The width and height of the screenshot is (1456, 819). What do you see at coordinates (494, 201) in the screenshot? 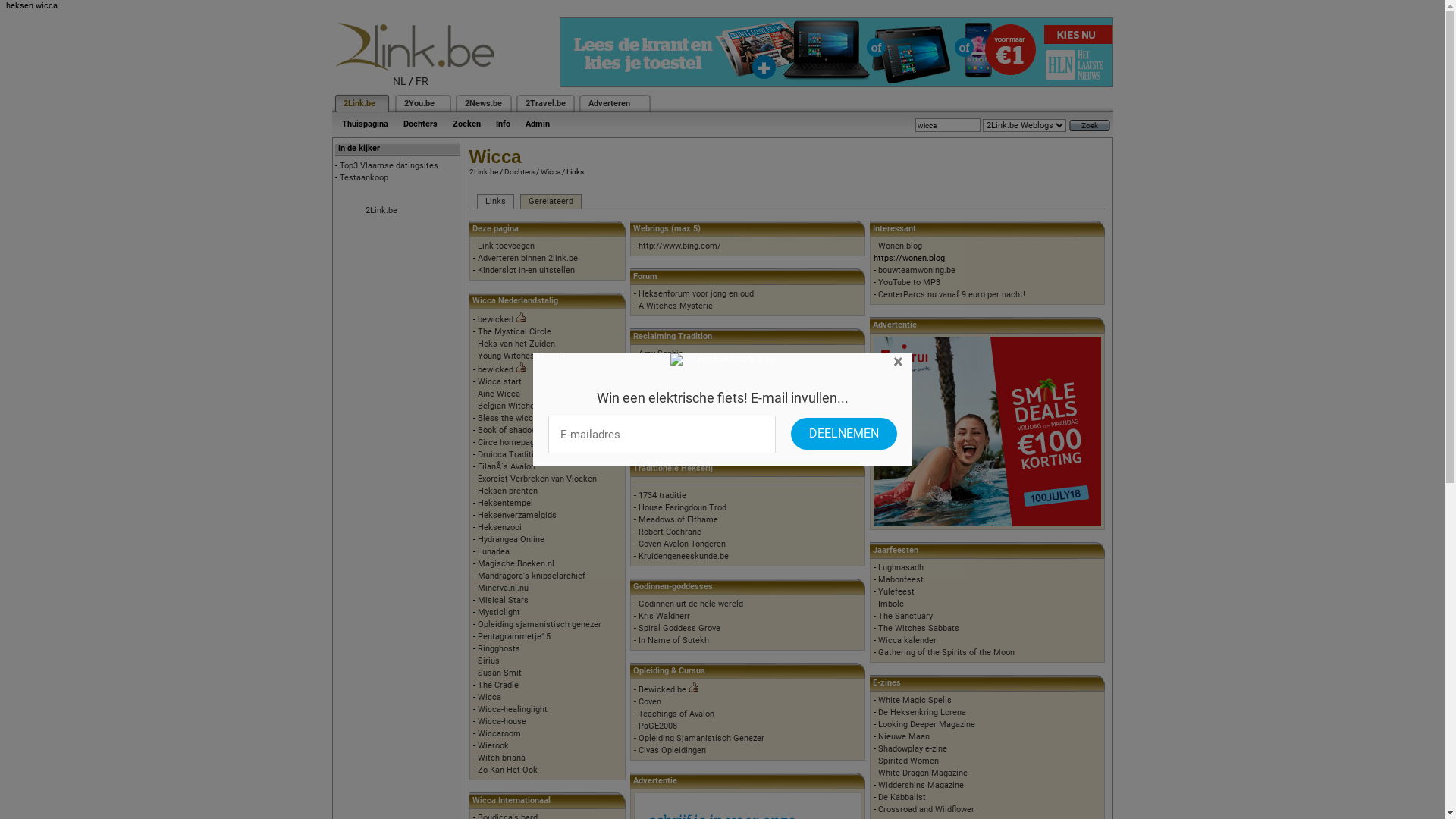
I see `'Links'` at bounding box center [494, 201].